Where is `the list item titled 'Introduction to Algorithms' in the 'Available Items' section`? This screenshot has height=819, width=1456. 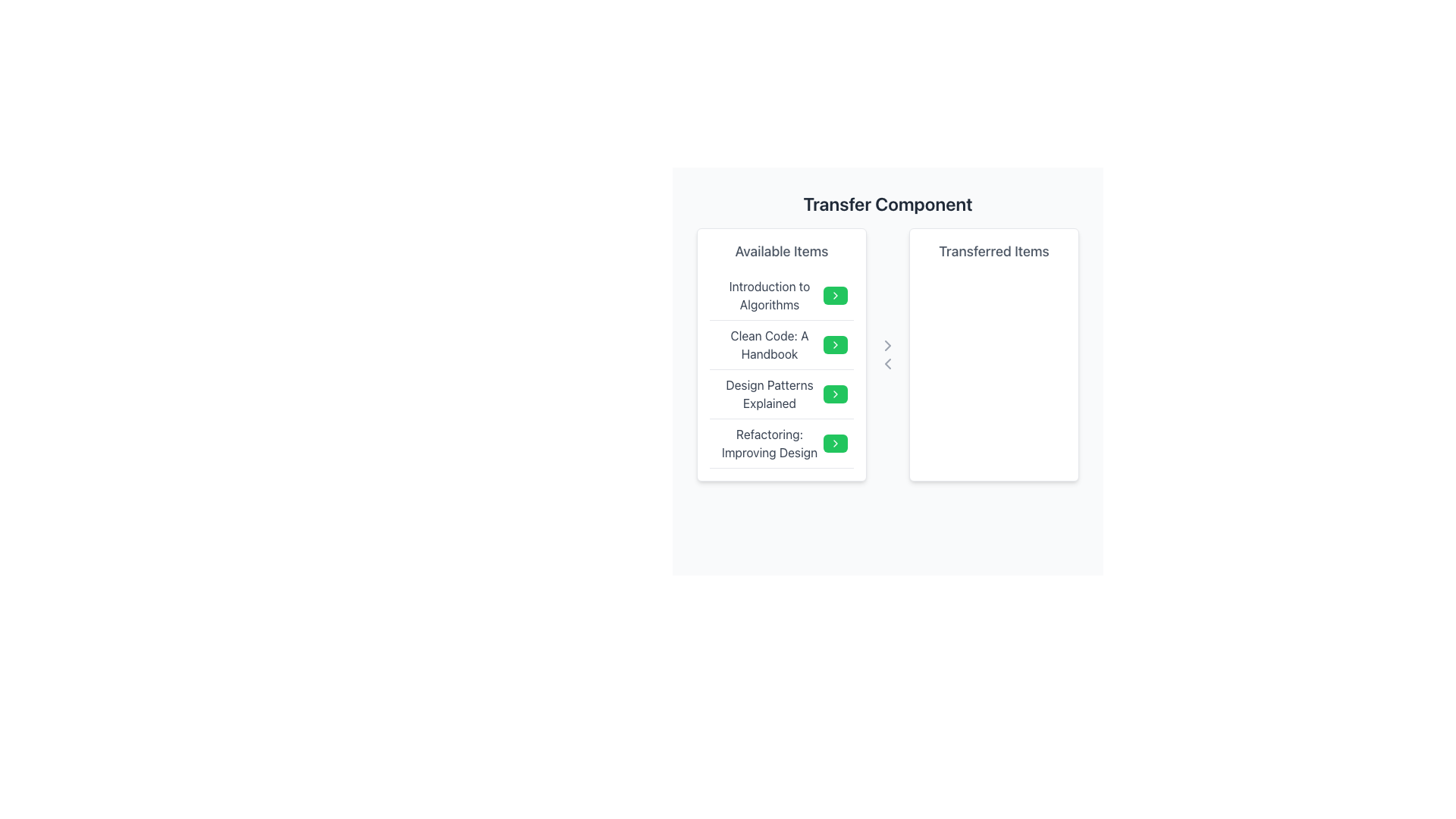 the list item titled 'Introduction to Algorithms' in the 'Available Items' section is located at coordinates (782, 295).